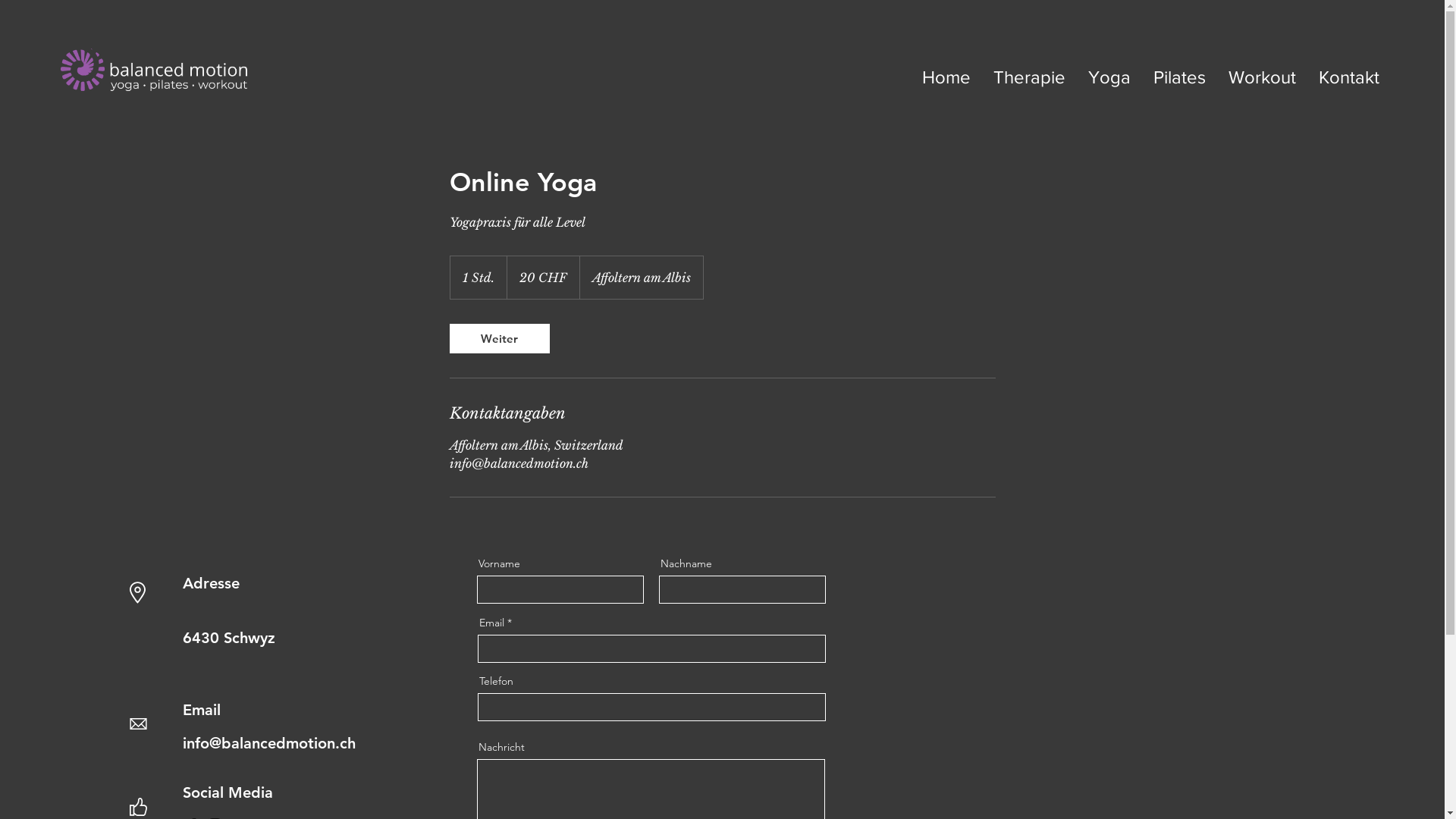 This screenshot has width=1456, height=819. I want to click on 'Therapie', so click(1029, 77).